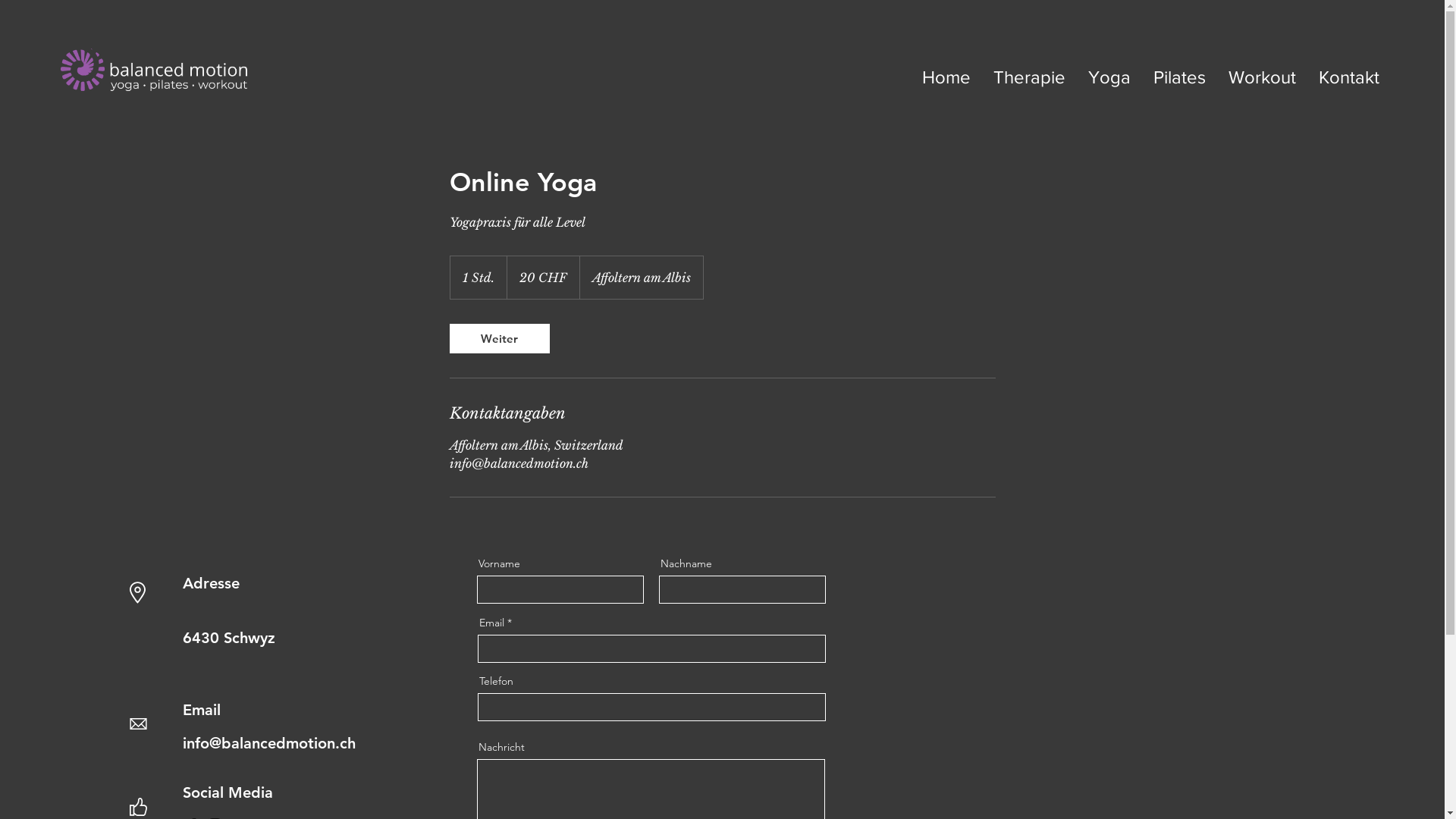 This screenshot has width=1456, height=819. I want to click on 'Therapie', so click(1029, 77).